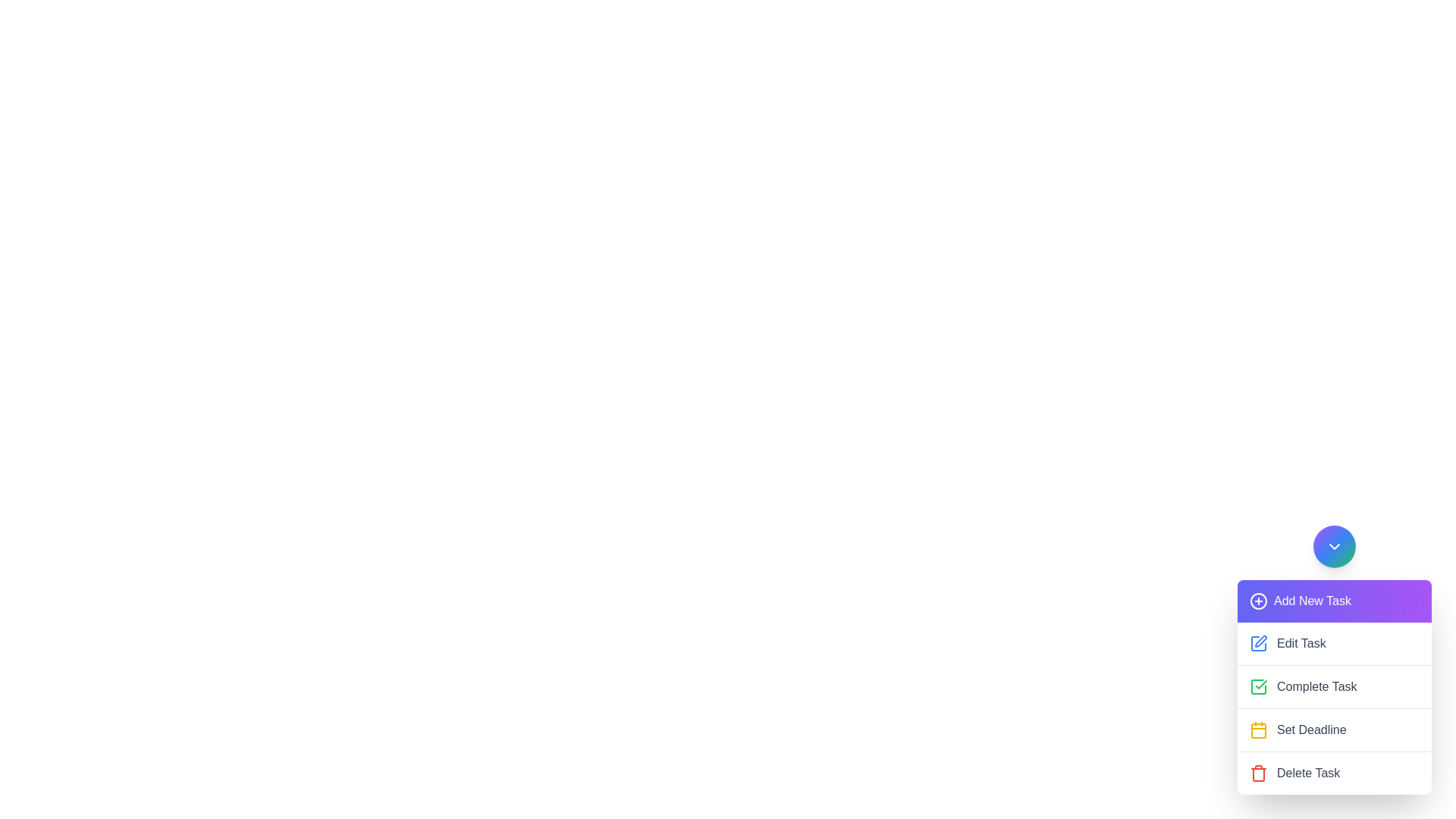  Describe the element at coordinates (1301, 643) in the screenshot. I see `the 'Edit Task' text label in the drop-down menu, which is styled in gray and positioned next to a blue pen icon` at that location.